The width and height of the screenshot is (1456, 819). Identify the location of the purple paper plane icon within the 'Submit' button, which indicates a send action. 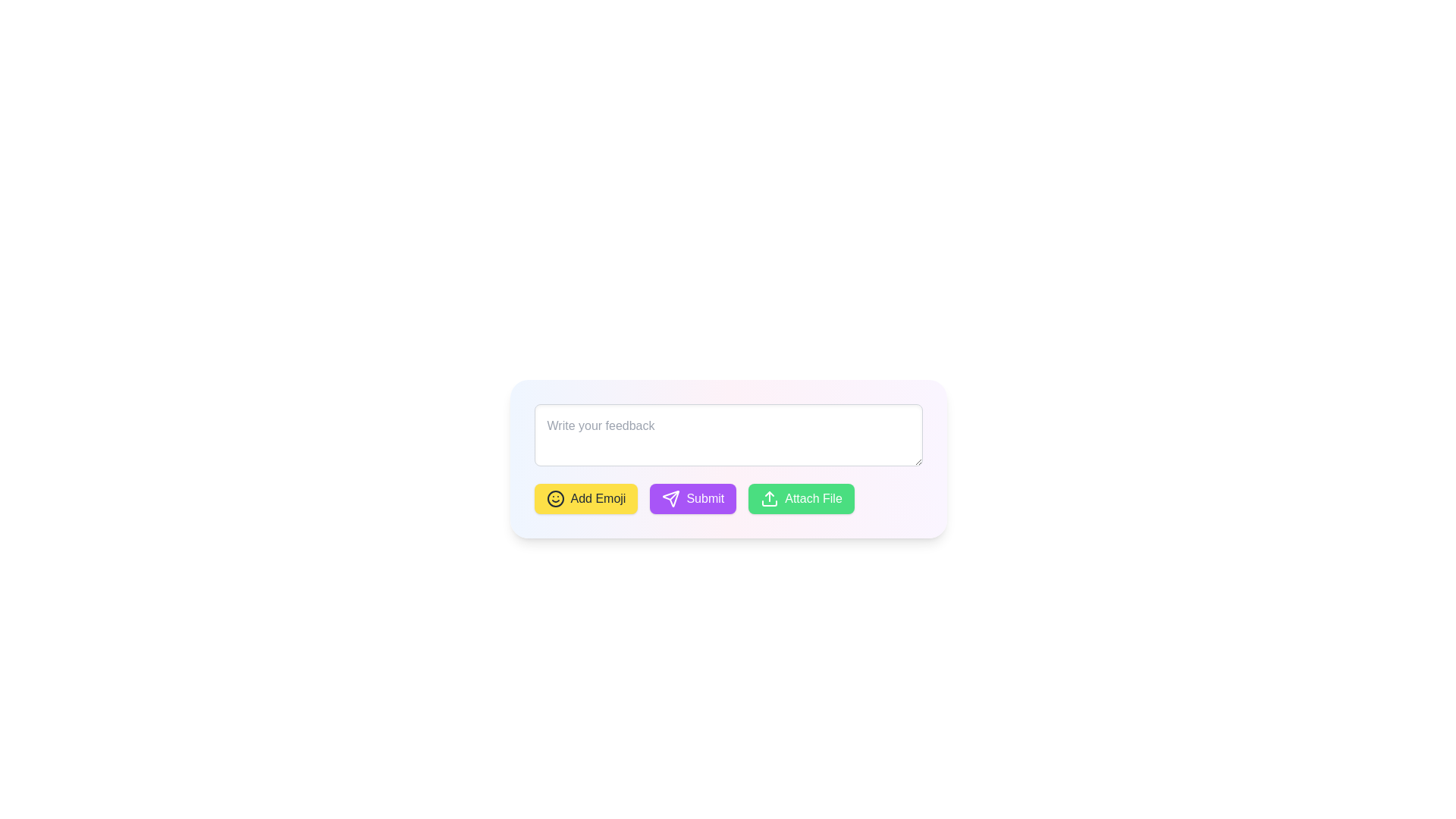
(670, 499).